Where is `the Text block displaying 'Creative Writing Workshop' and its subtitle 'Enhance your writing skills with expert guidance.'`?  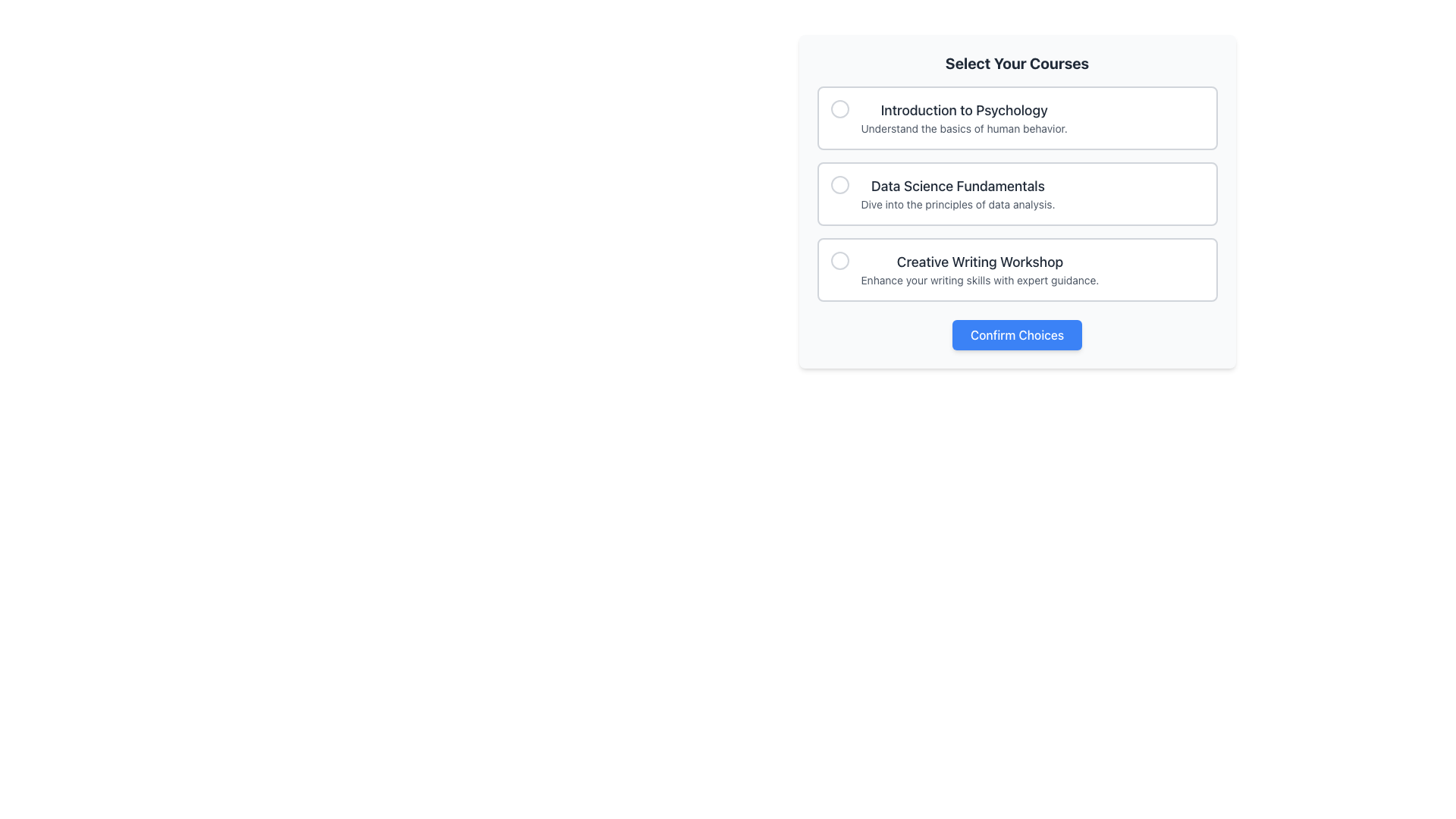 the Text block displaying 'Creative Writing Workshop' and its subtitle 'Enhance your writing skills with expert guidance.' is located at coordinates (980, 268).